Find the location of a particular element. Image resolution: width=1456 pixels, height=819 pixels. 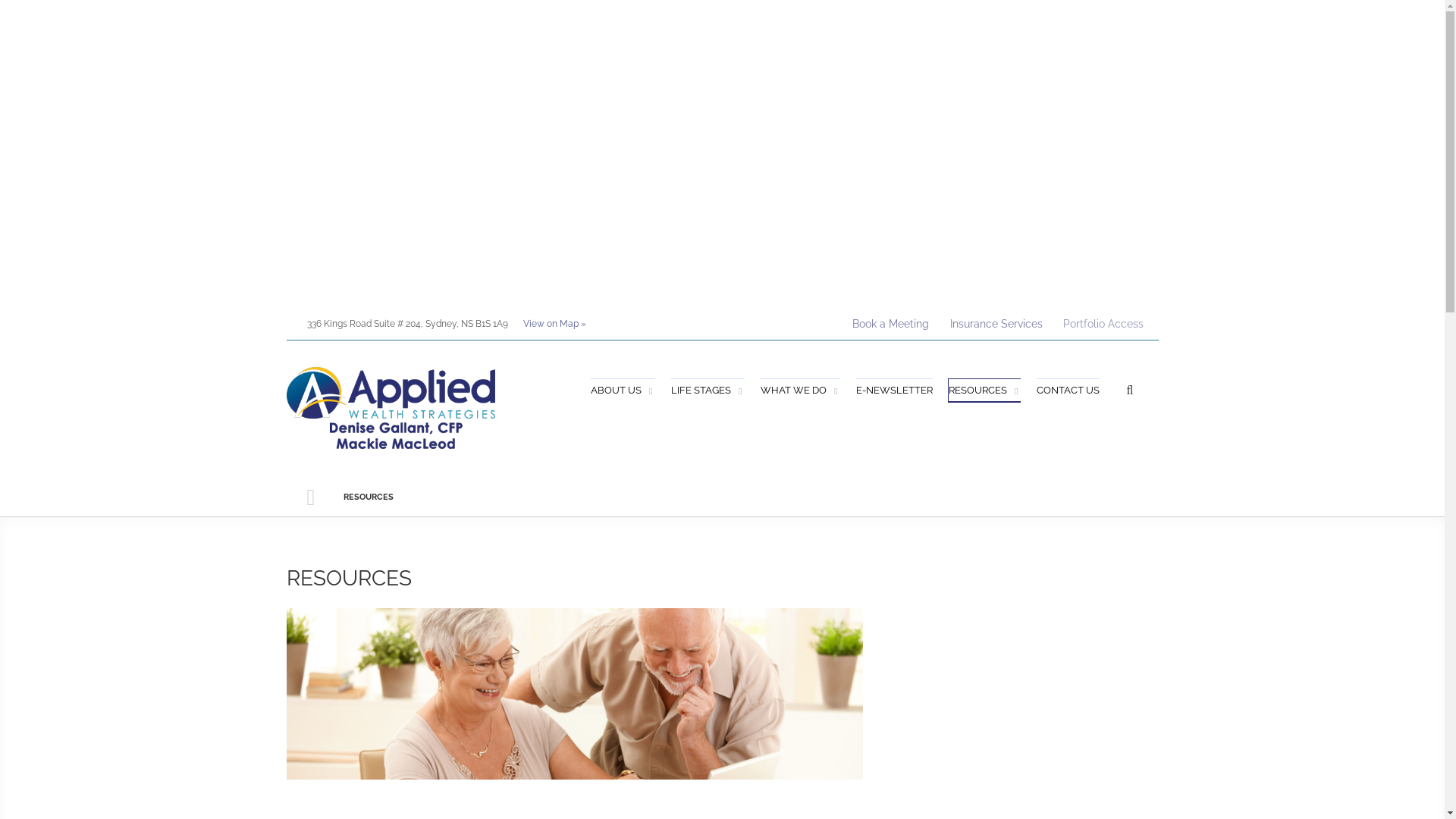

'Insurance Services' is located at coordinates (993, 324).